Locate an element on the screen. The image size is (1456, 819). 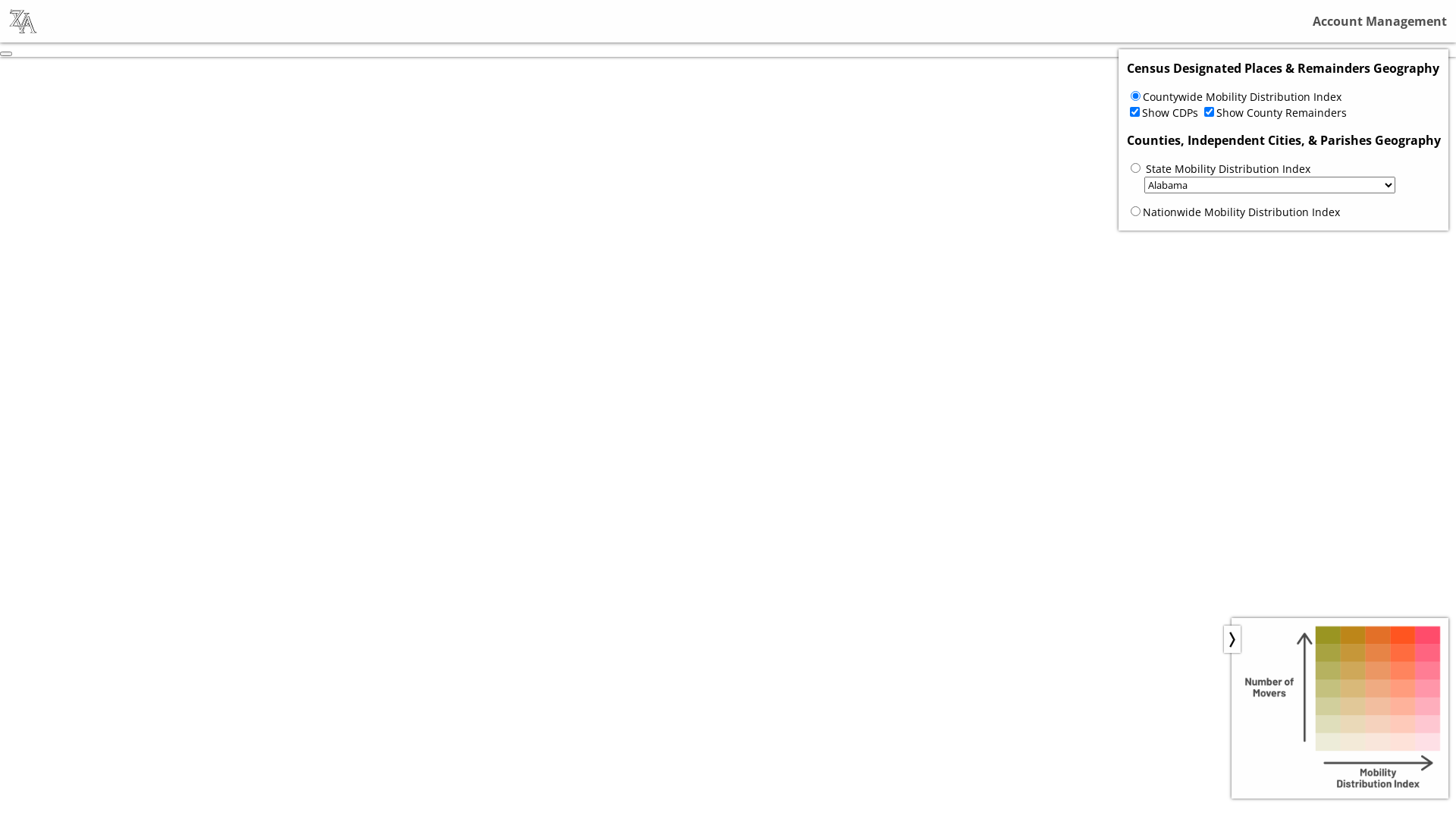
'Account Management' is located at coordinates (1312, 20).